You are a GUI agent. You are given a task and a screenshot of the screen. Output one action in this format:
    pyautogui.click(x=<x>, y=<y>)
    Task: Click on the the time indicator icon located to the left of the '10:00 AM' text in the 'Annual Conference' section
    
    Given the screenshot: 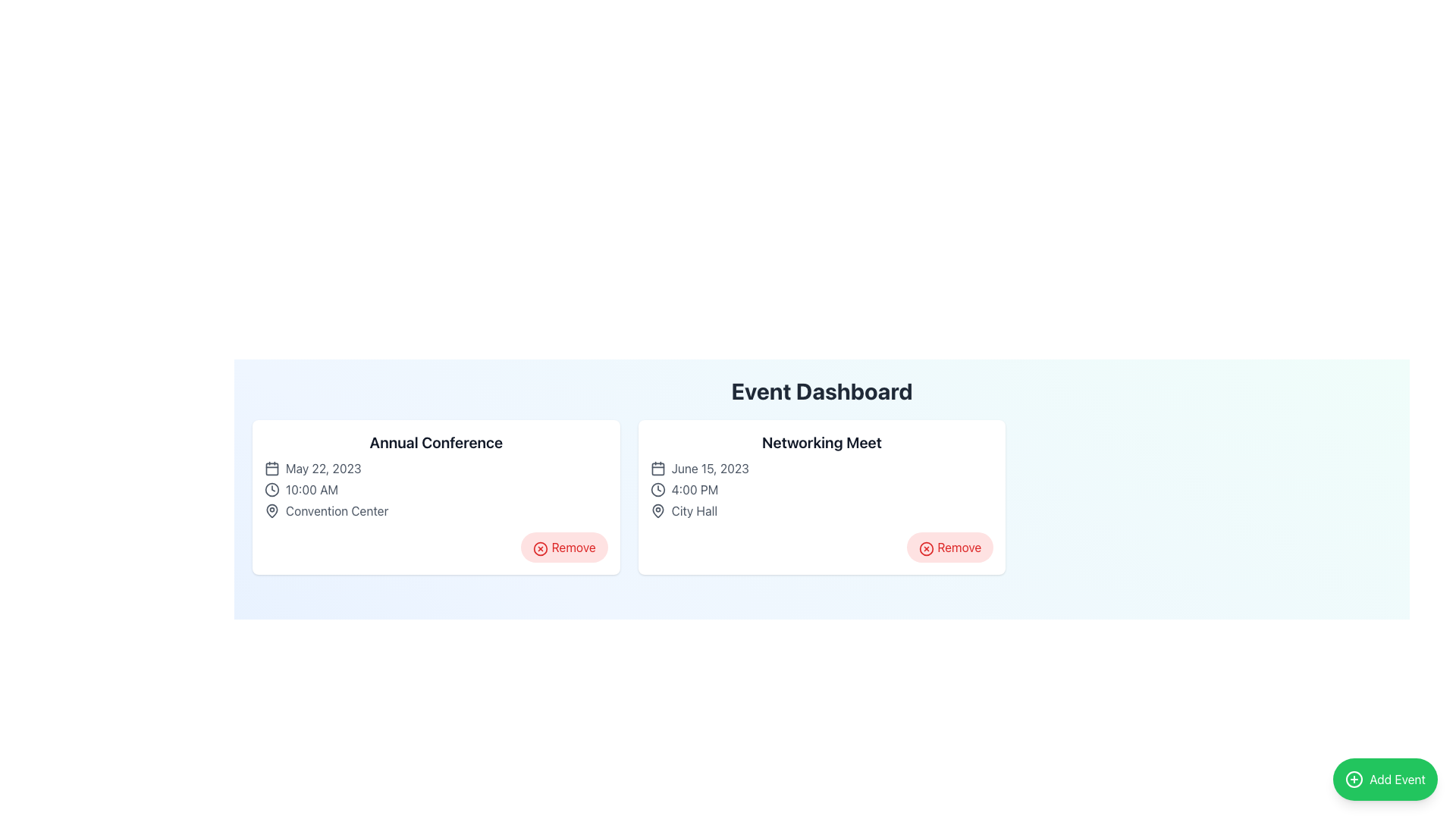 What is the action you would take?
    pyautogui.click(x=272, y=489)
    